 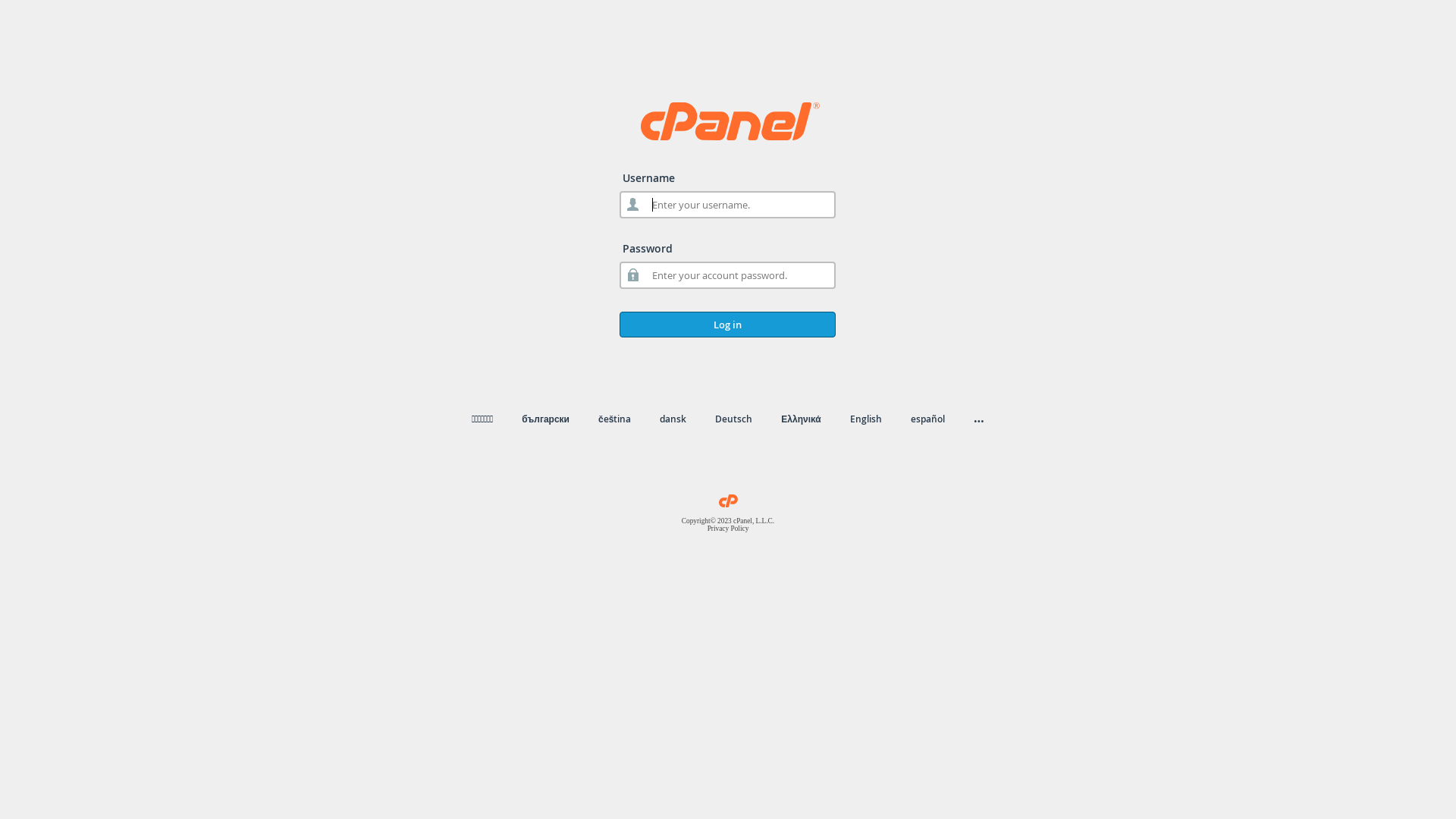 What do you see at coordinates (733, 419) in the screenshot?
I see `'Deutsch'` at bounding box center [733, 419].